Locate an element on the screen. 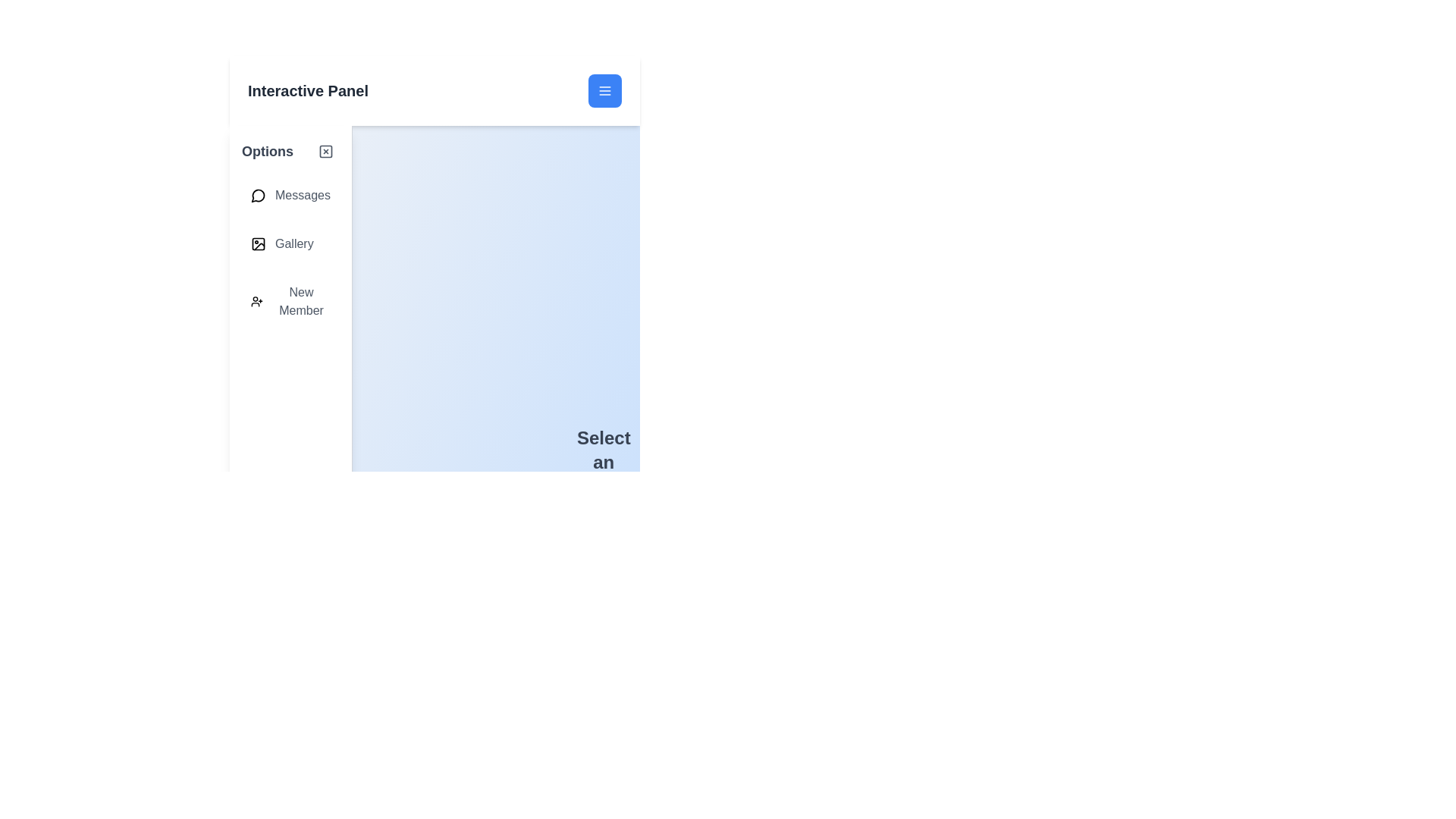  the 'Messages' text label, which is styled in gray sans-serif font and located in the top left of the navigation panel, next to a speech bubble icon is located at coordinates (303, 195).